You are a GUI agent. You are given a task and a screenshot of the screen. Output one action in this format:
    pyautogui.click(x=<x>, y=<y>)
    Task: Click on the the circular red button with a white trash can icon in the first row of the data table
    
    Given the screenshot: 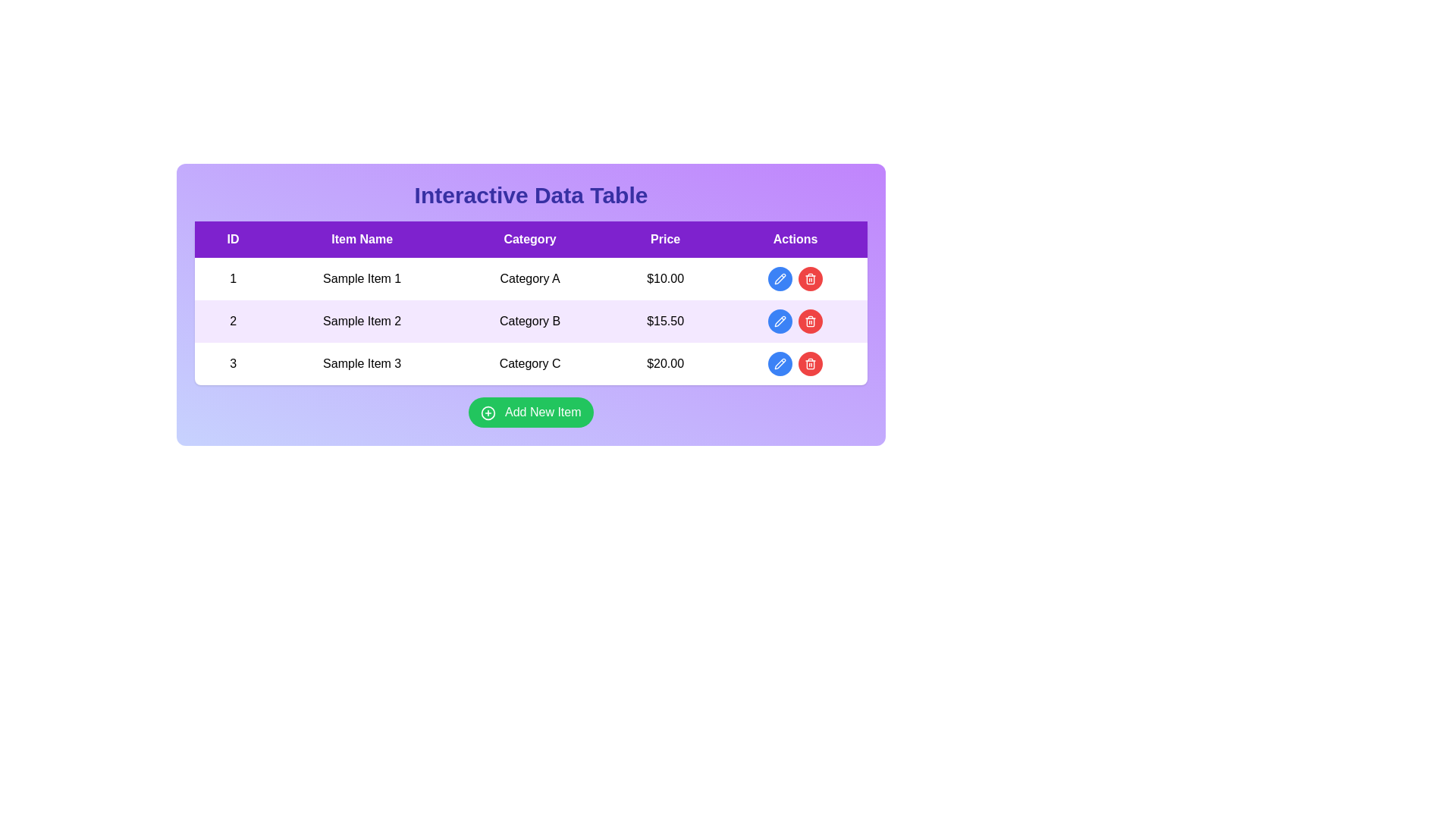 What is the action you would take?
    pyautogui.click(x=810, y=278)
    